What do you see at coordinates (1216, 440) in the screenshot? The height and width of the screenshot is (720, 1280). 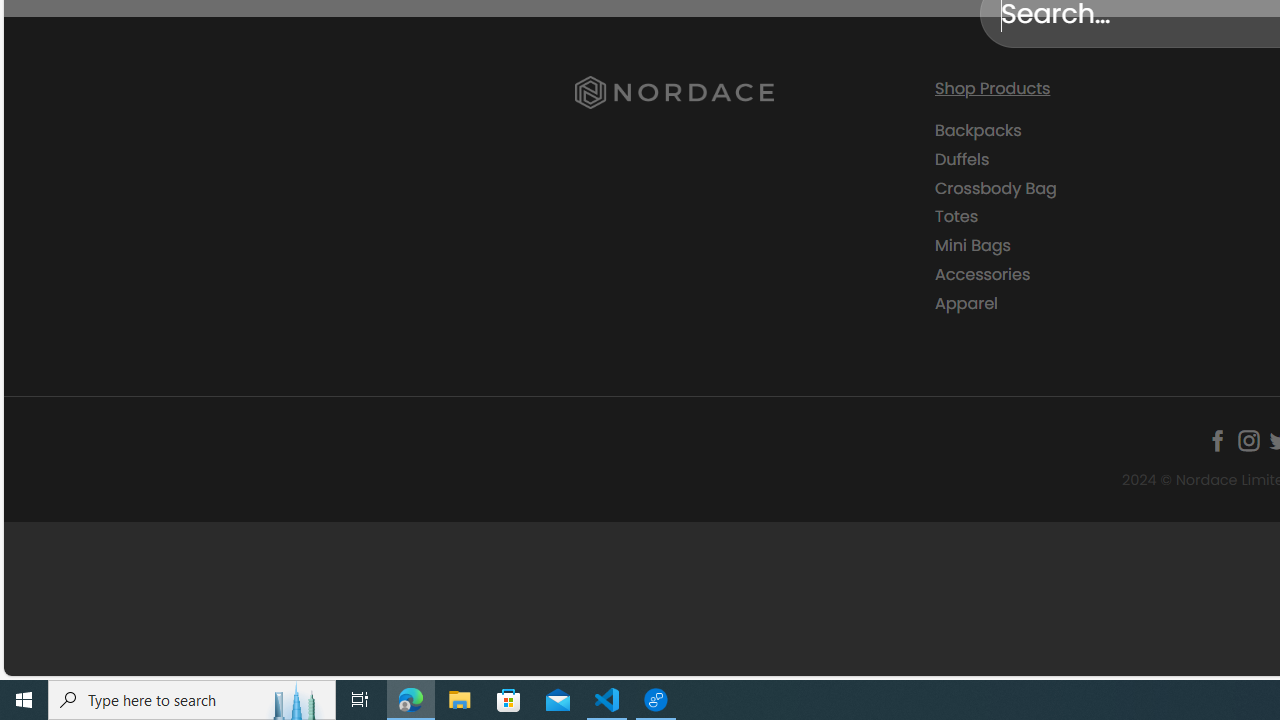 I see `'Follow on Facebook'` at bounding box center [1216, 440].